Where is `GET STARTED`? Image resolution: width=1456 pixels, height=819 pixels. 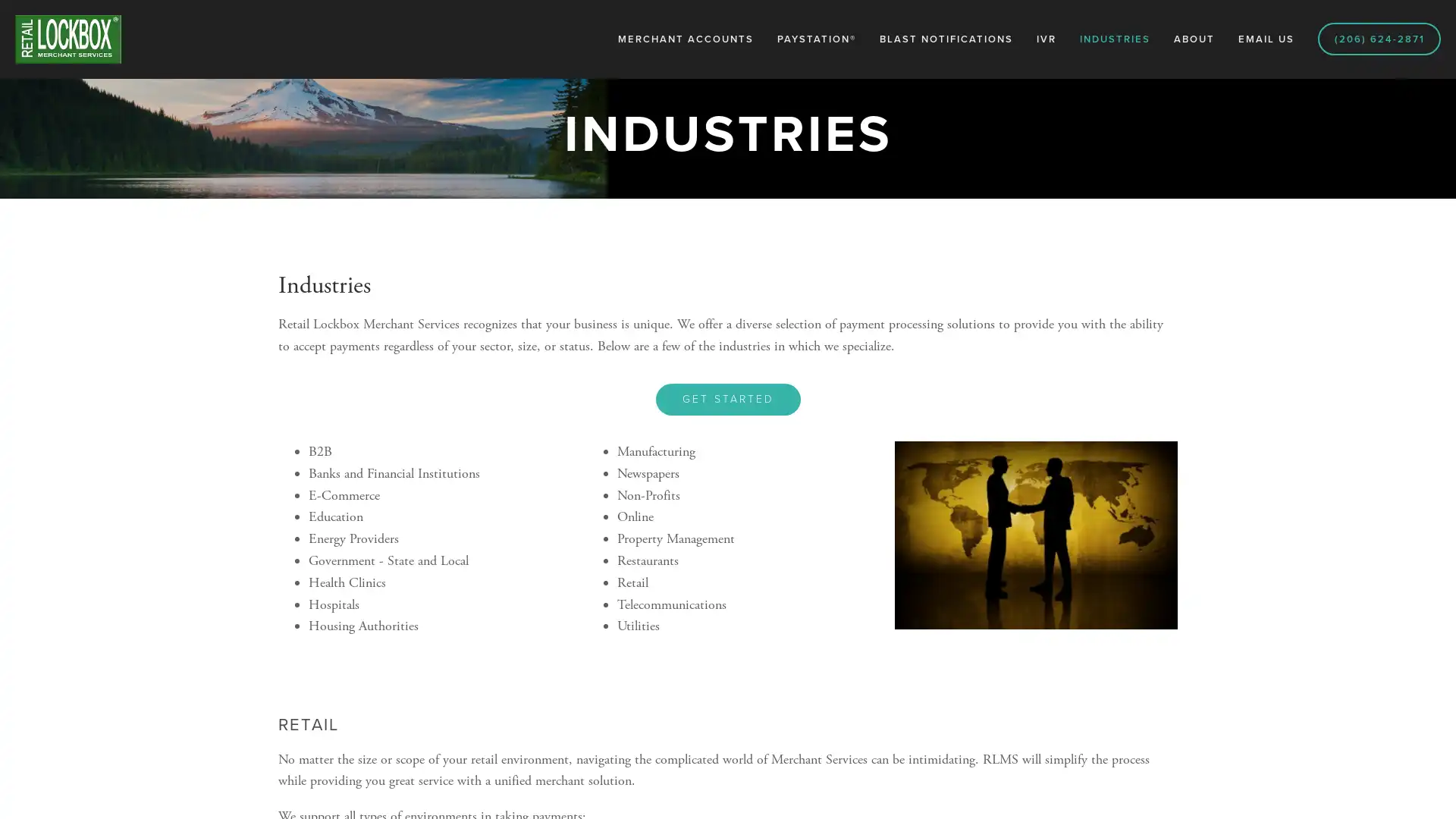 GET STARTED is located at coordinates (726, 397).